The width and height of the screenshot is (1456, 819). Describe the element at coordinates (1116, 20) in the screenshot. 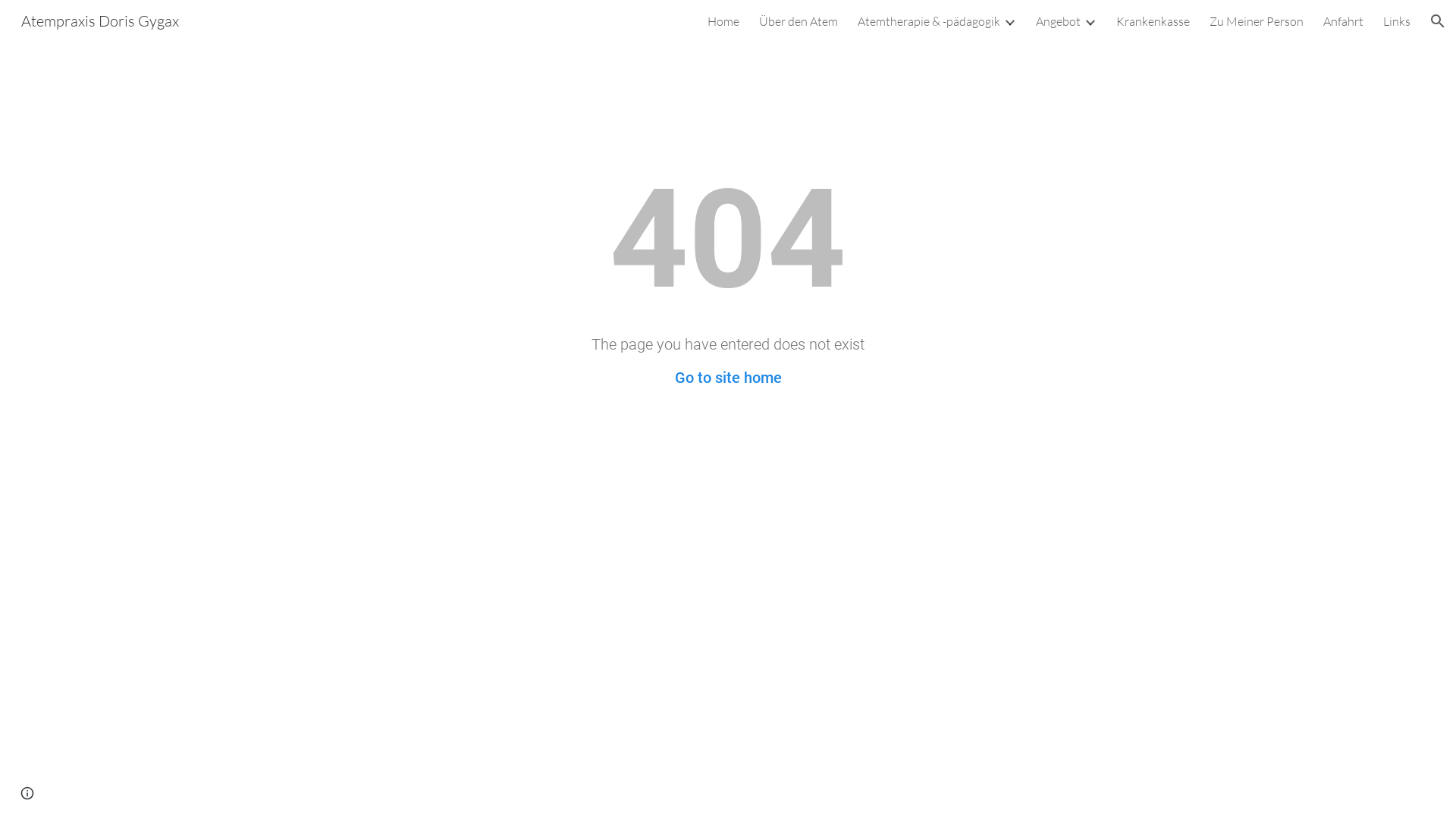

I see `'Krankenkasse'` at that location.